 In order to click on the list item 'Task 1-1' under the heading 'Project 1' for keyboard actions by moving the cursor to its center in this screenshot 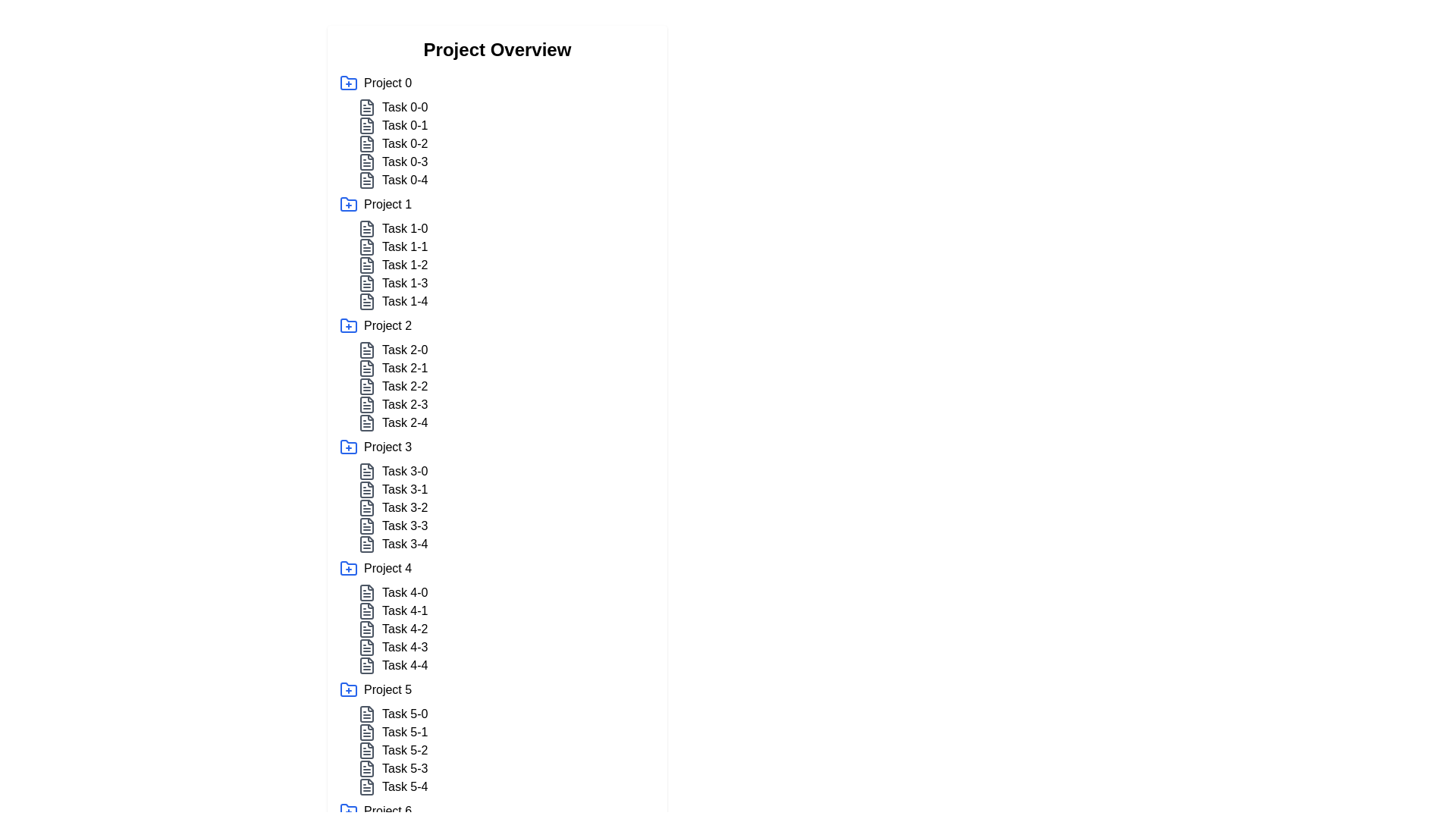, I will do `click(506, 246)`.